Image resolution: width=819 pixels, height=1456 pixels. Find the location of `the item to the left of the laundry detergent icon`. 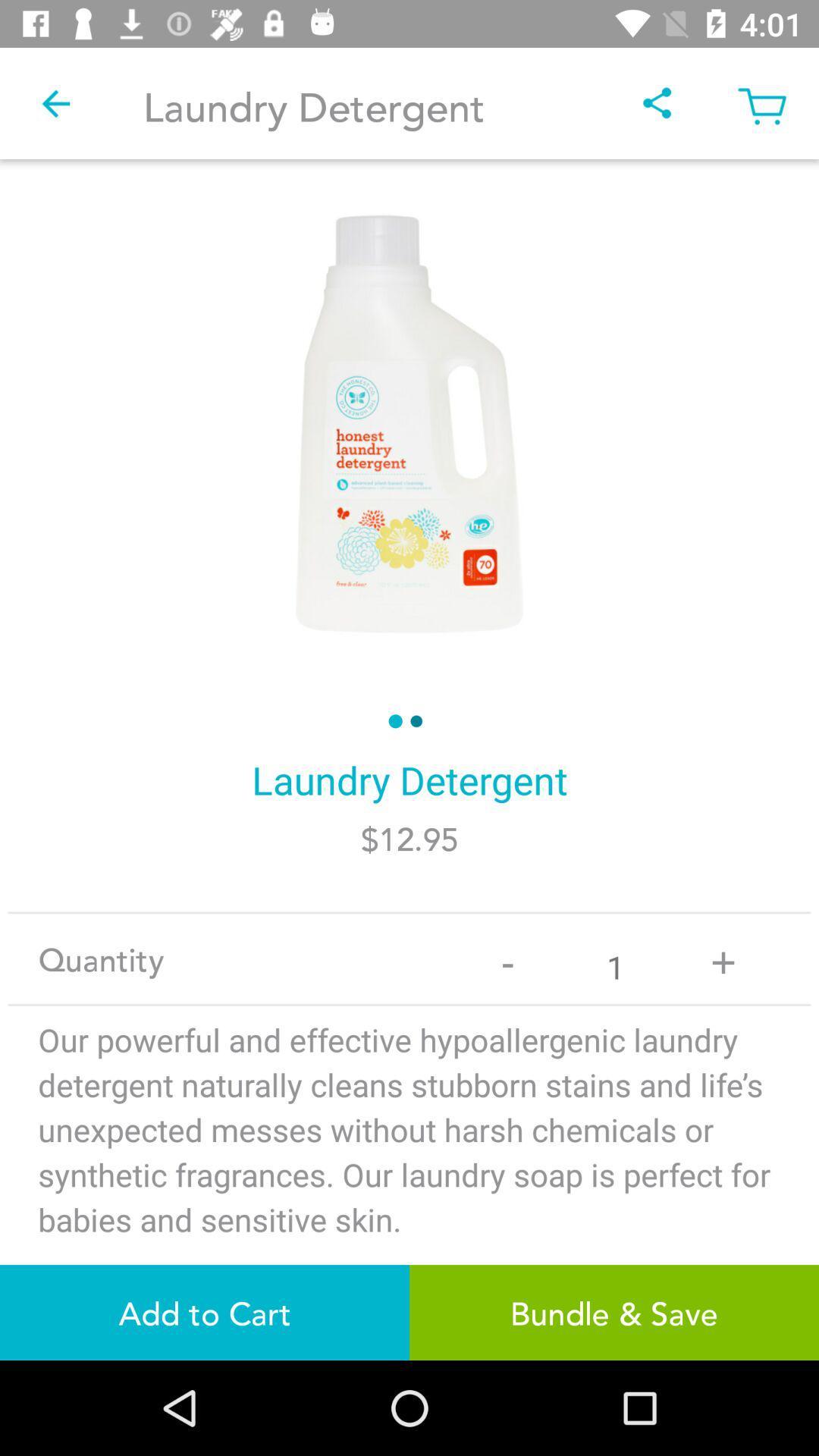

the item to the left of the laundry detergent icon is located at coordinates (55, 102).